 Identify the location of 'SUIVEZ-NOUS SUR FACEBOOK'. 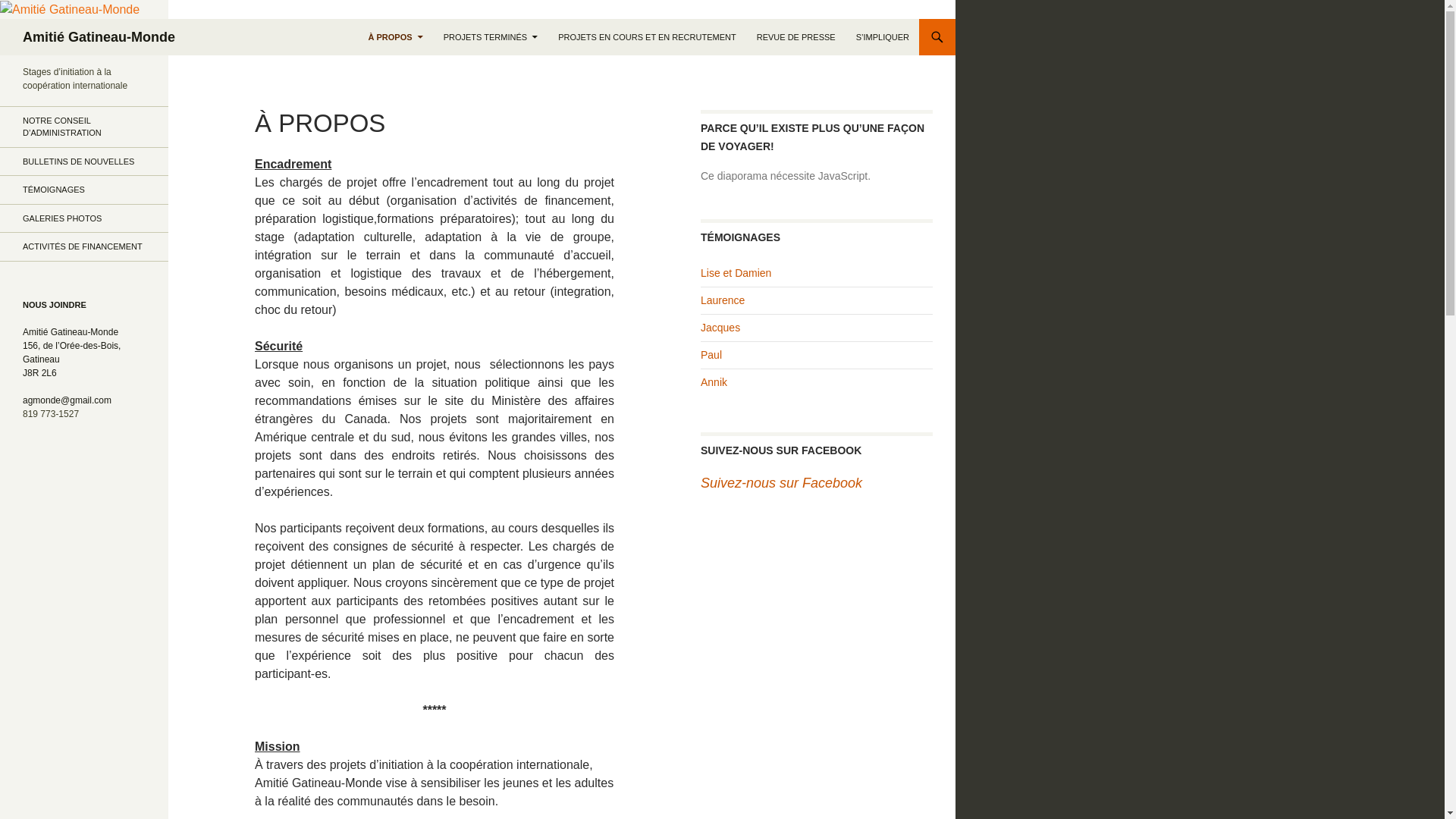
(781, 450).